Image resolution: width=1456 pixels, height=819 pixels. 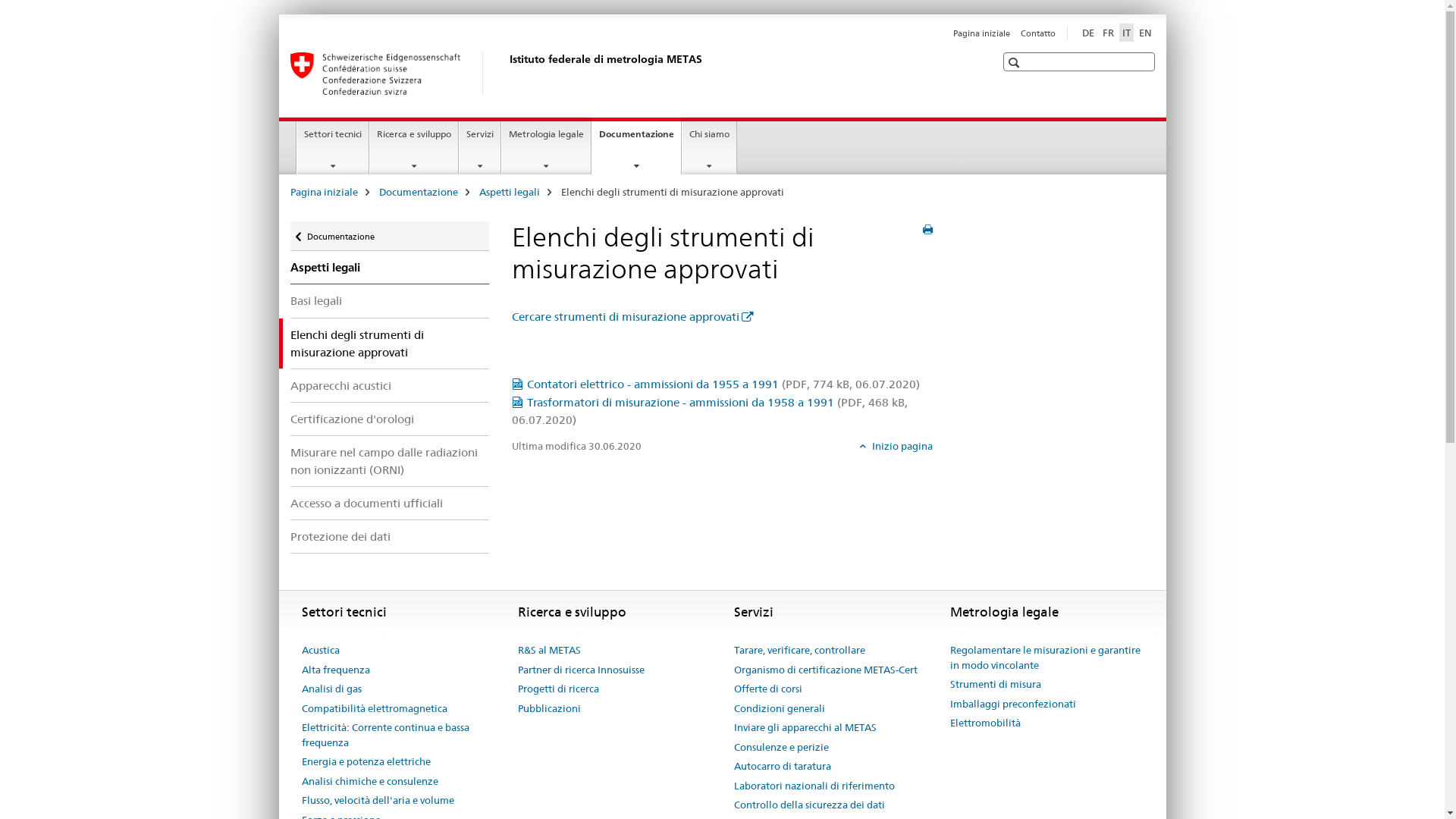 I want to click on 'FR', so click(x=1108, y=32).